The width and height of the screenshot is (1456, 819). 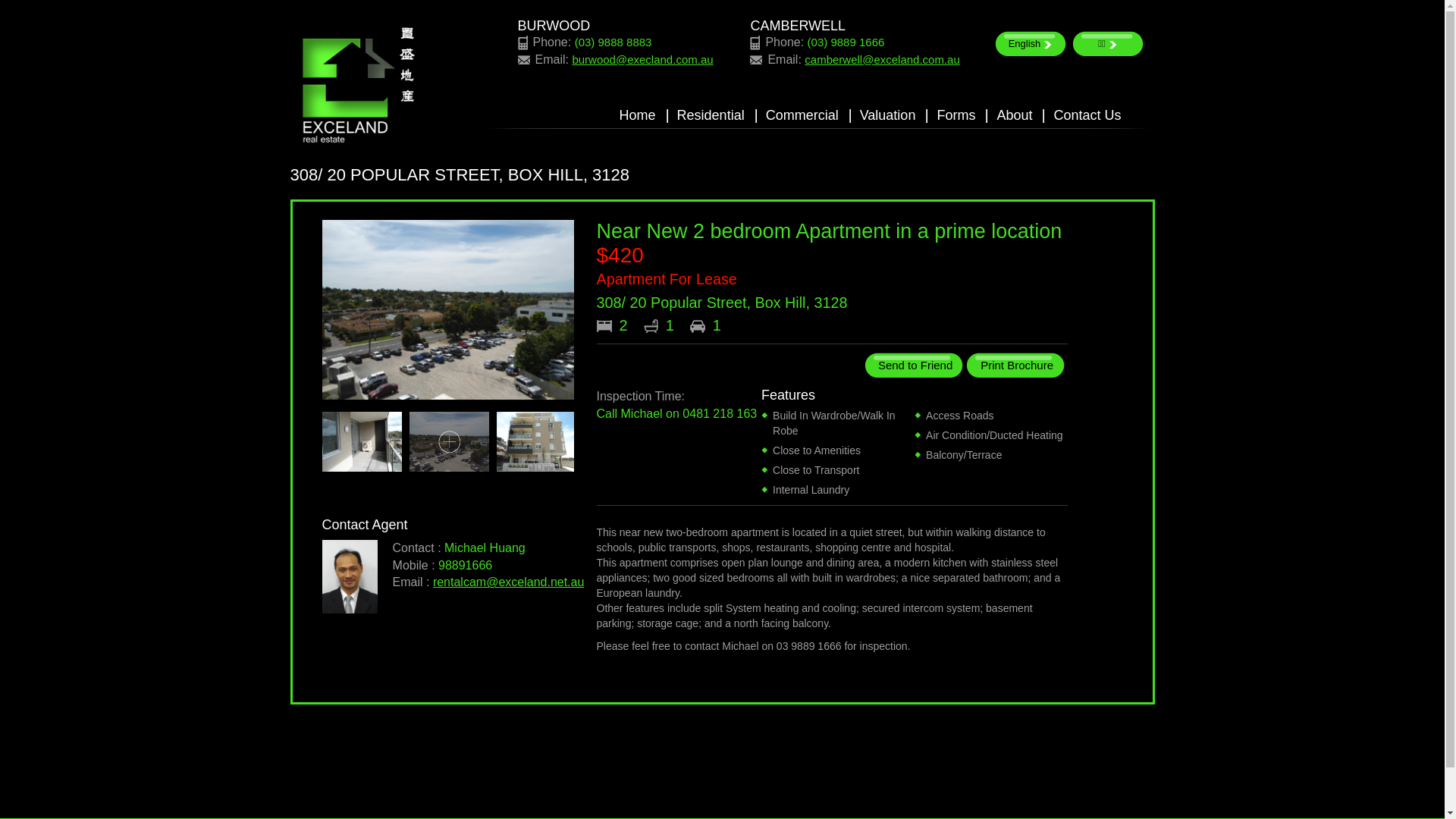 What do you see at coordinates (846, 41) in the screenshot?
I see `'(03) 9889 1666'` at bounding box center [846, 41].